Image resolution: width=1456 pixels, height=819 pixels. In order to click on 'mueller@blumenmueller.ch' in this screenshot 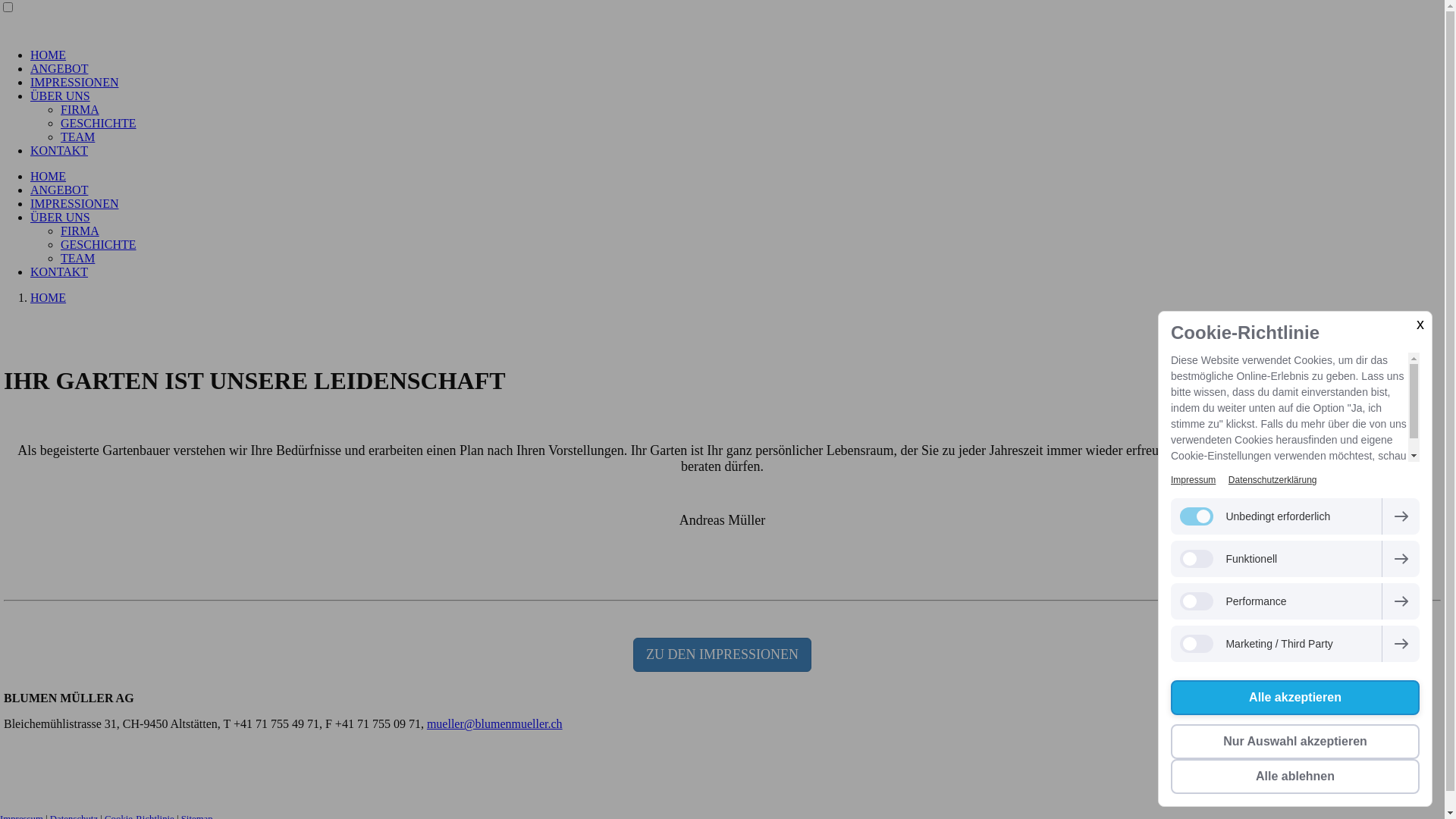, I will do `click(494, 723)`.